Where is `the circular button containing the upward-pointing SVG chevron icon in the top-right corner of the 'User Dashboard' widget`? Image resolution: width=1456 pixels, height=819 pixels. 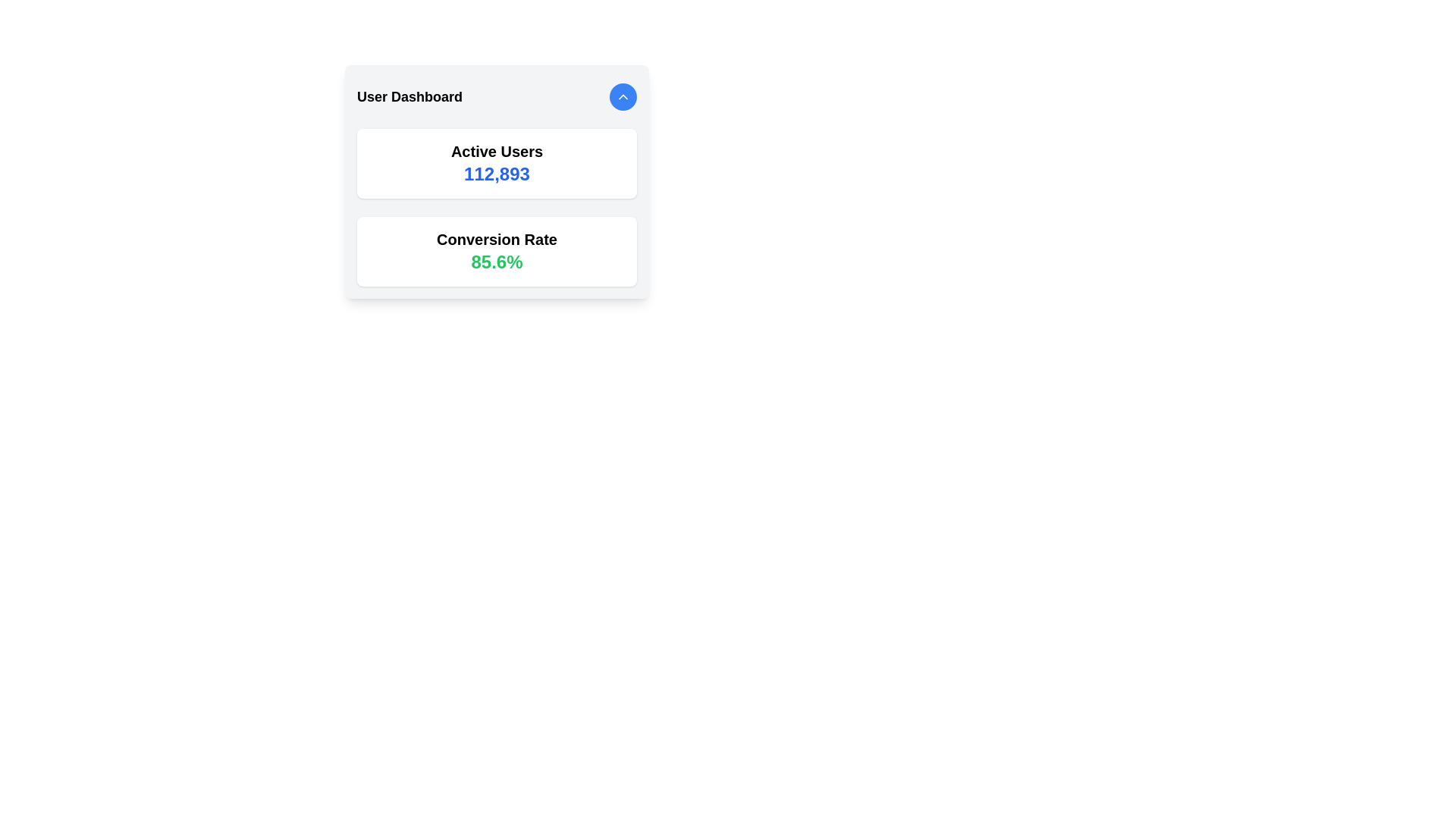
the circular button containing the upward-pointing SVG chevron icon in the top-right corner of the 'User Dashboard' widget is located at coordinates (623, 96).